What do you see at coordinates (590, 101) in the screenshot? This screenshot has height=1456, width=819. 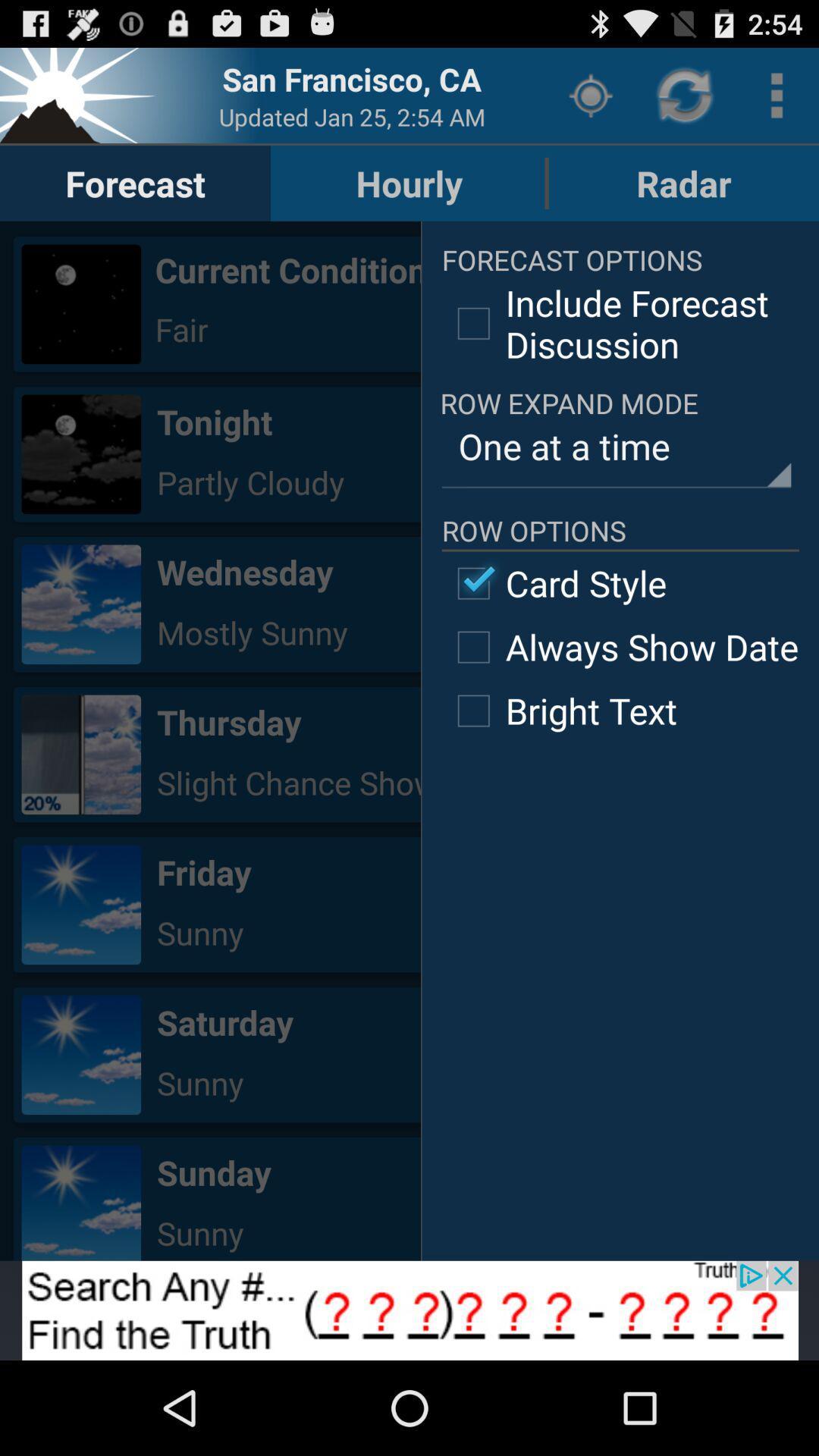 I see `the location_crosshair icon` at bounding box center [590, 101].